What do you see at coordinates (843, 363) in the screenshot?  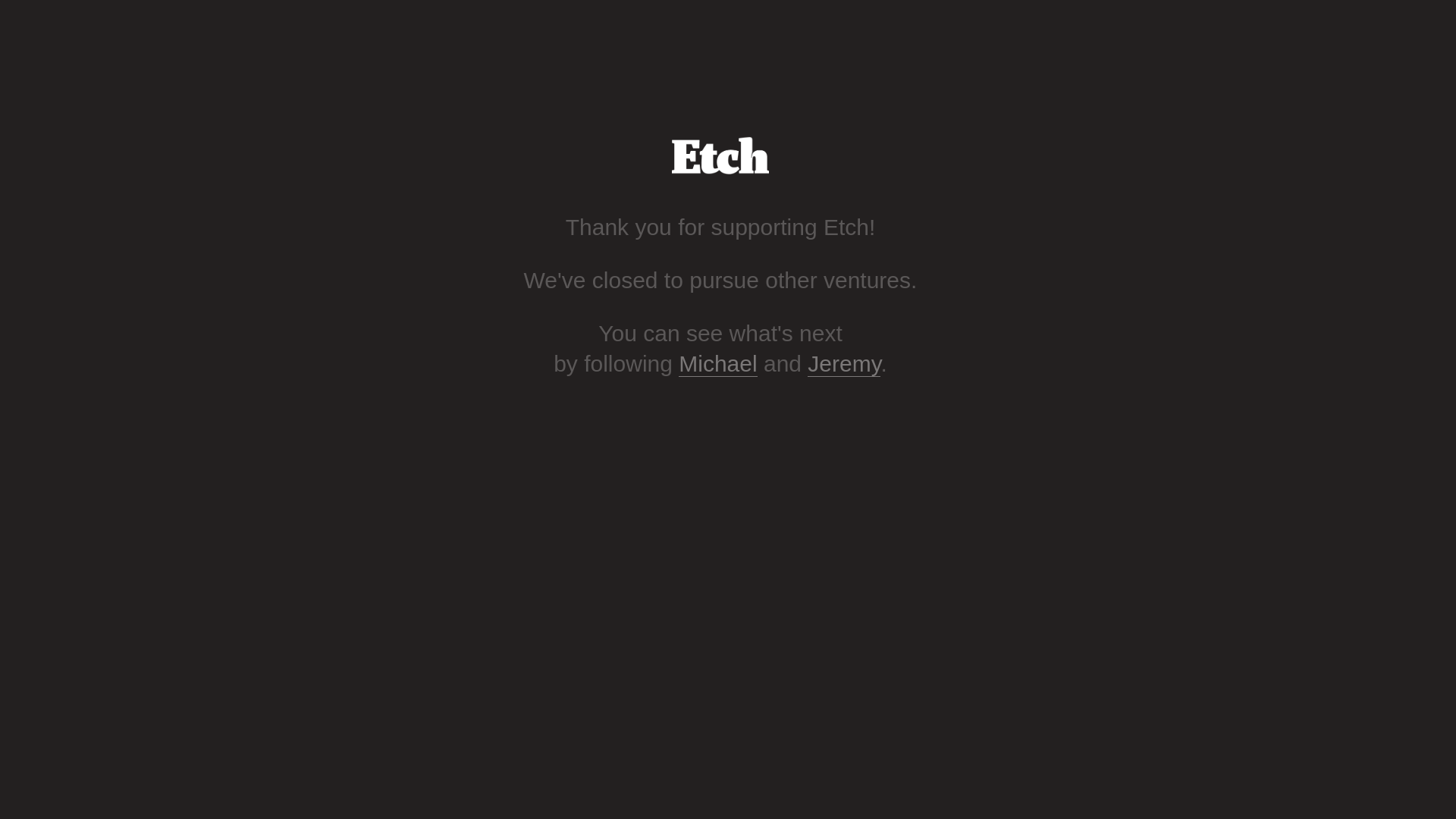 I see `'Jeremy'` at bounding box center [843, 363].